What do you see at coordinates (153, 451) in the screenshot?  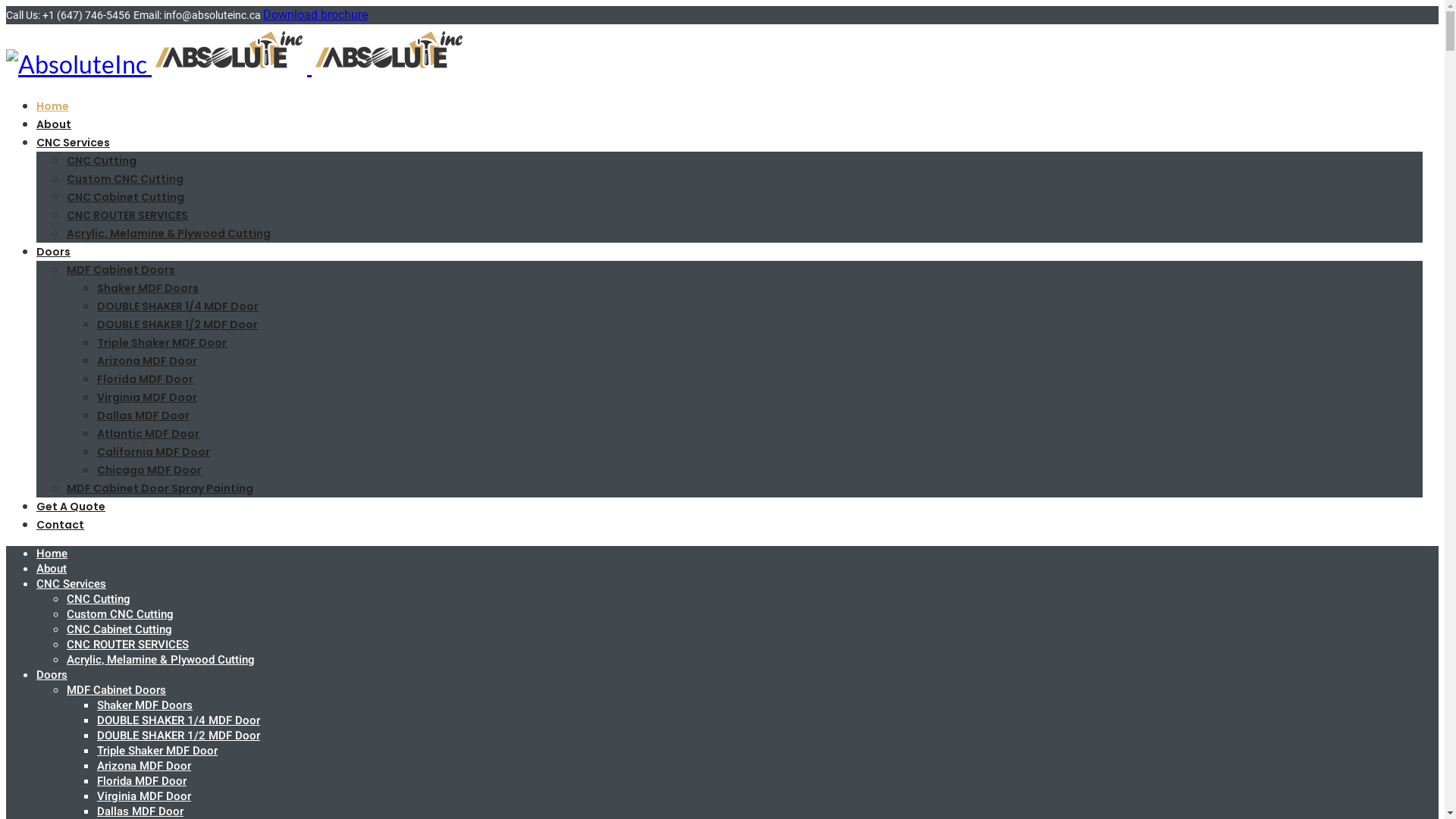 I see `'California MDF Door'` at bounding box center [153, 451].